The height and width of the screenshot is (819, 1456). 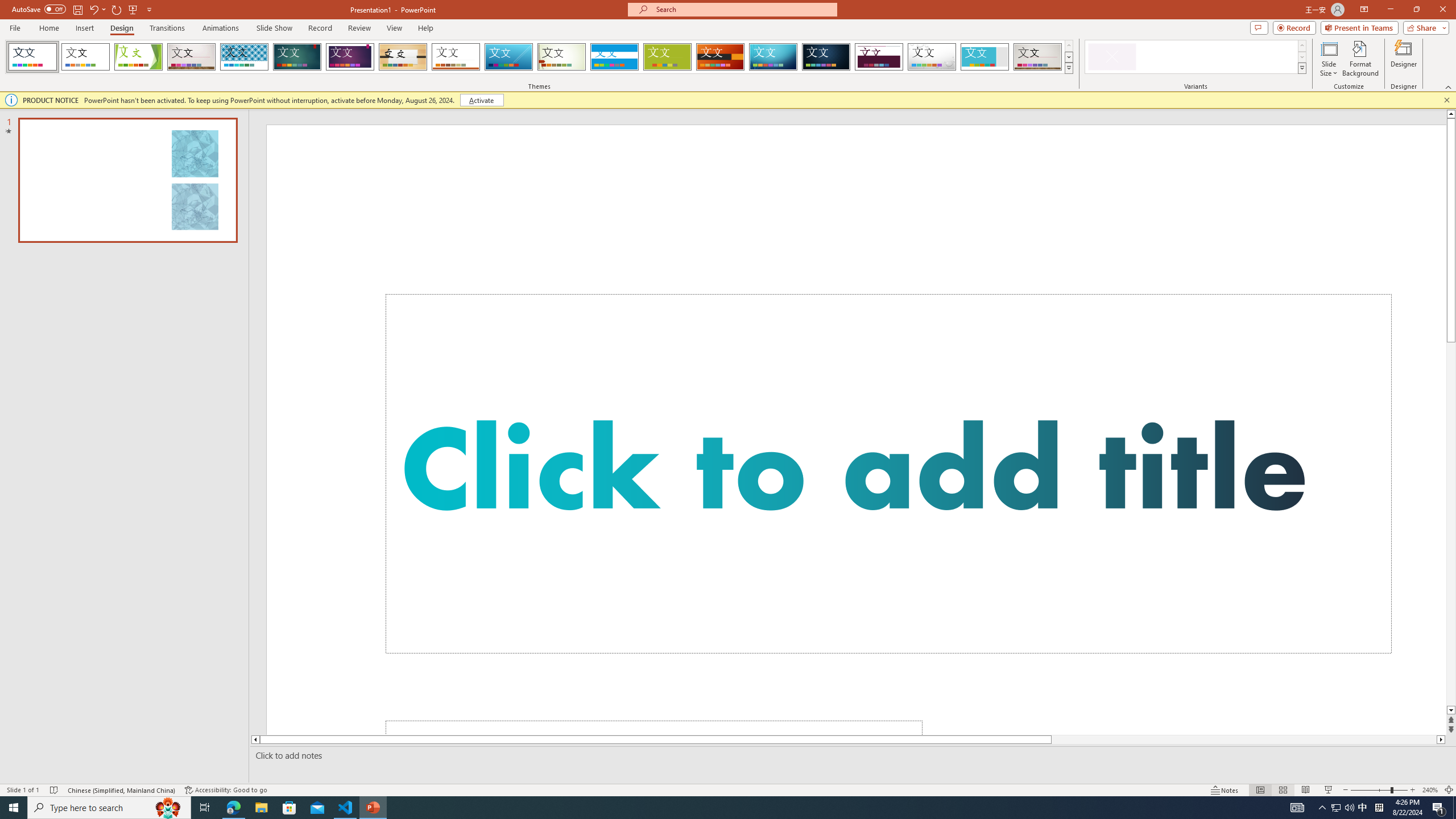 I want to click on 'Transitions', so click(x=167, y=28).